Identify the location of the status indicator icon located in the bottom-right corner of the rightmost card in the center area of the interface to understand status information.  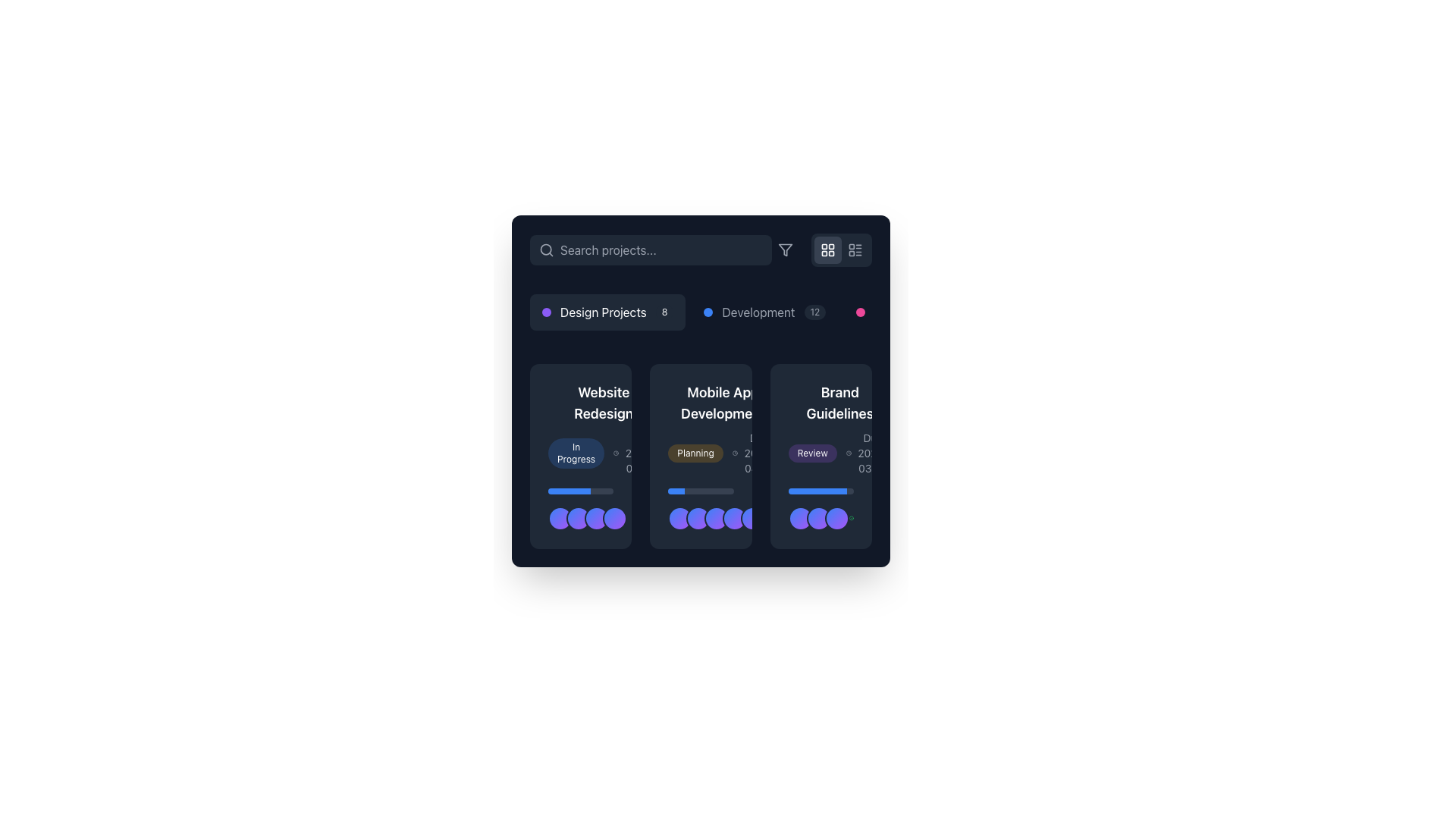
(851, 517).